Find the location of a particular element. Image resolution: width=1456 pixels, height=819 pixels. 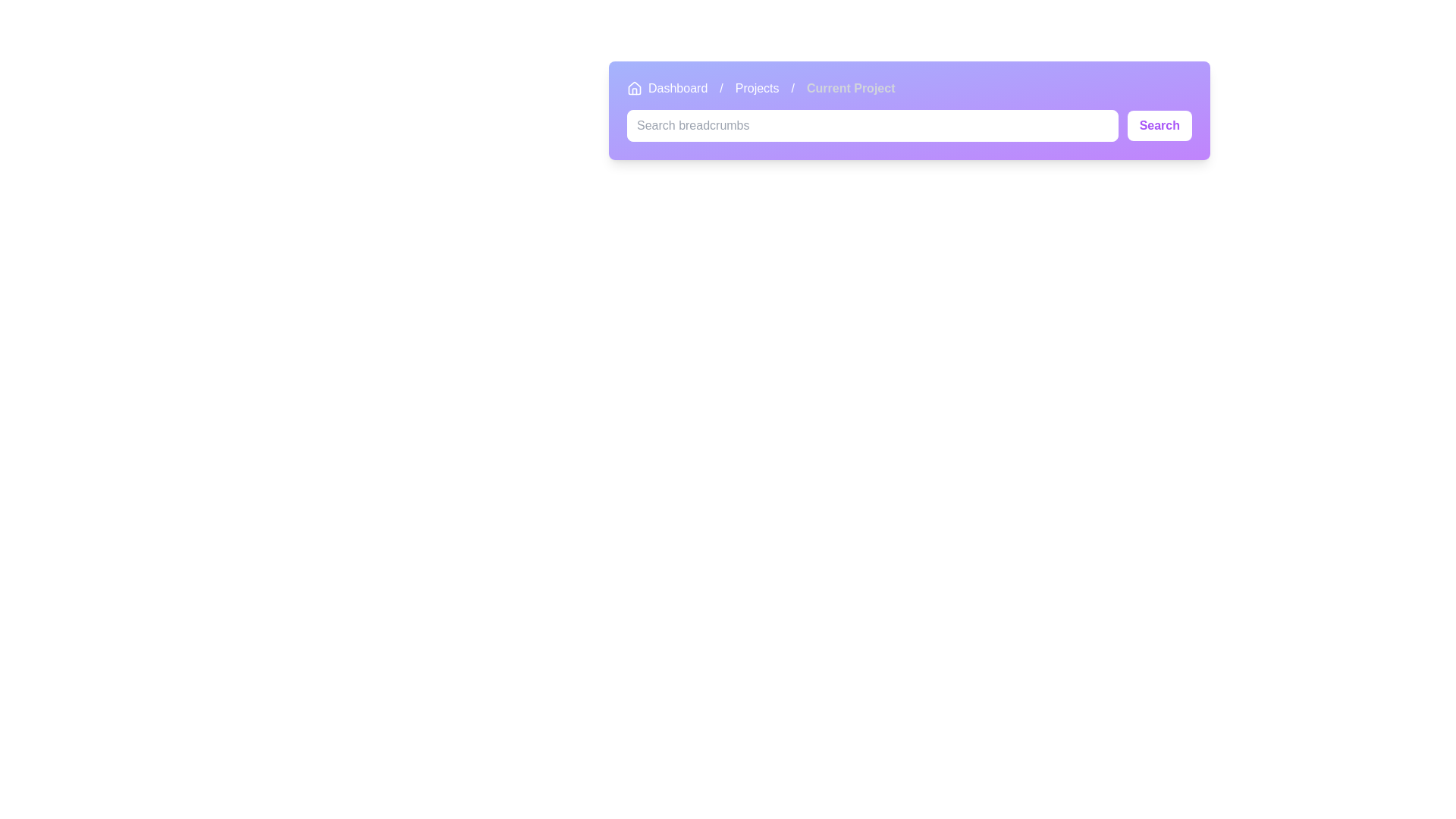

the Dashboard icon in the breadcrumb navigation bar is located at coordinates (634, 88).